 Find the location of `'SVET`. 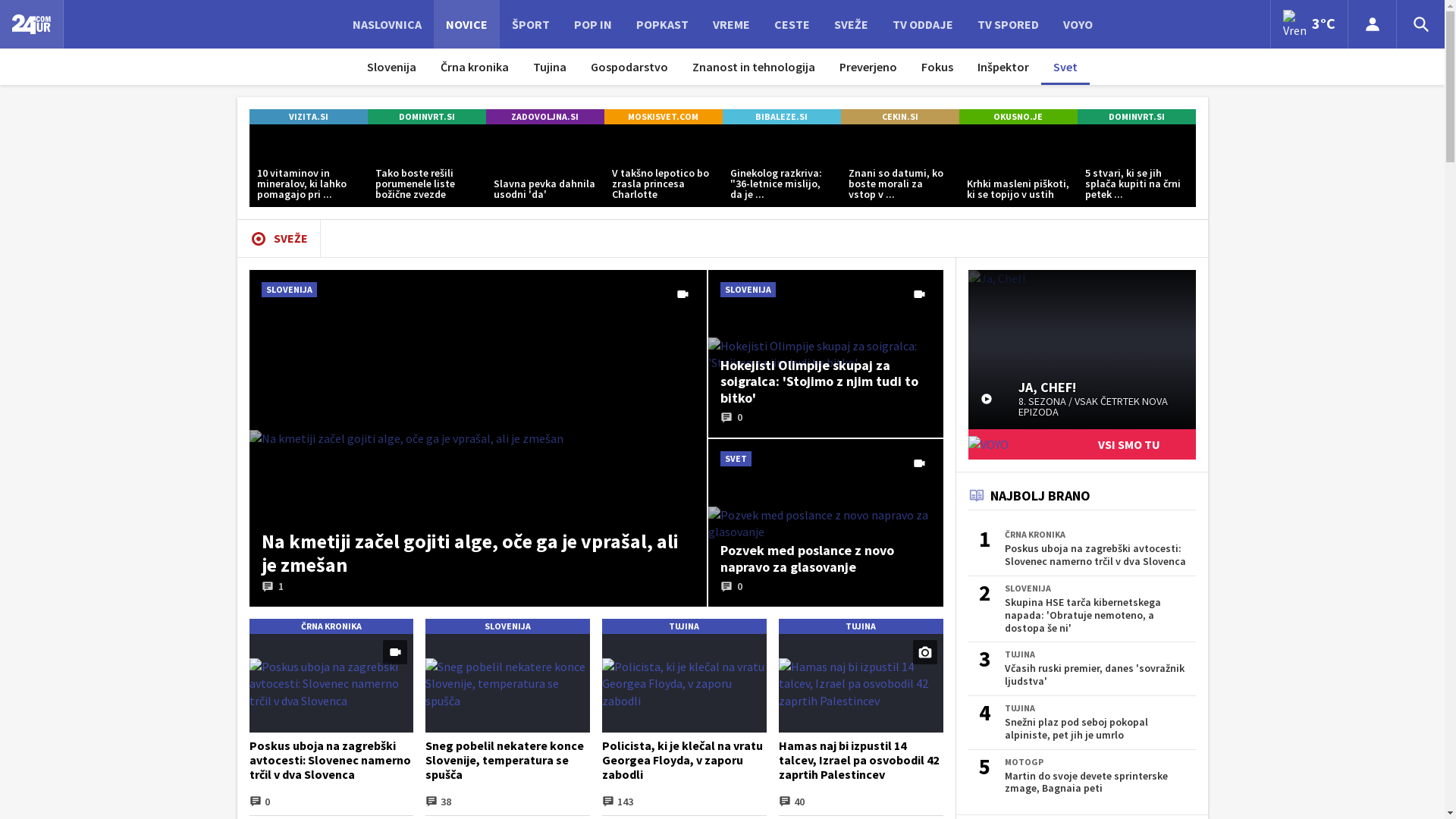

'SVET is located at coordinates (825, 522).